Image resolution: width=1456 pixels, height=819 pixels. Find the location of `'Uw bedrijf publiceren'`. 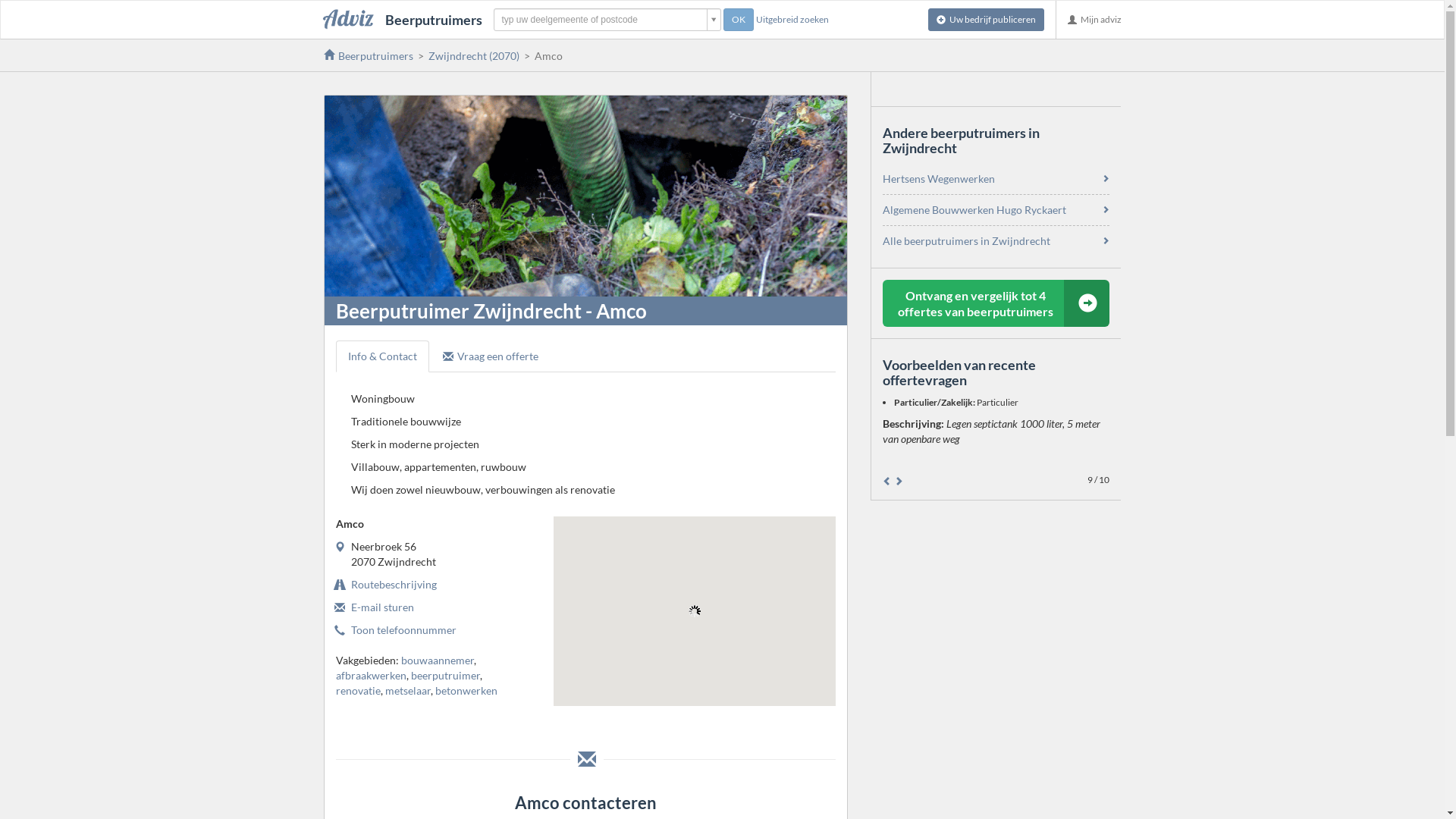

'Uw bedrijf publiceren' is located at coordinates (986, 20).